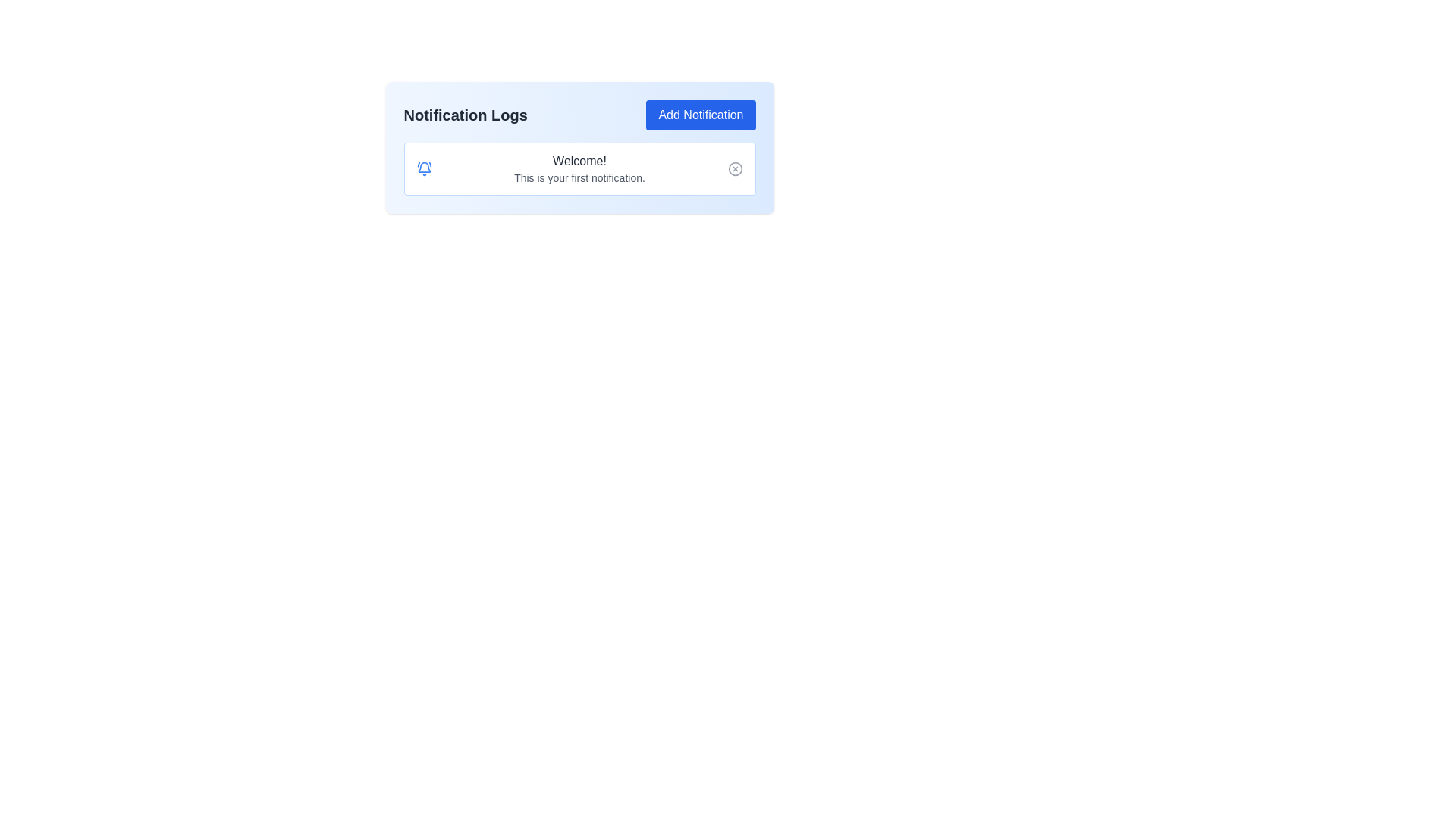 This screenshot has width=1456, height=819. I want to click on the 'Add Notification' button located at the top-right of the 'Notification Logs' section to initiate an action, so click(700, 114).